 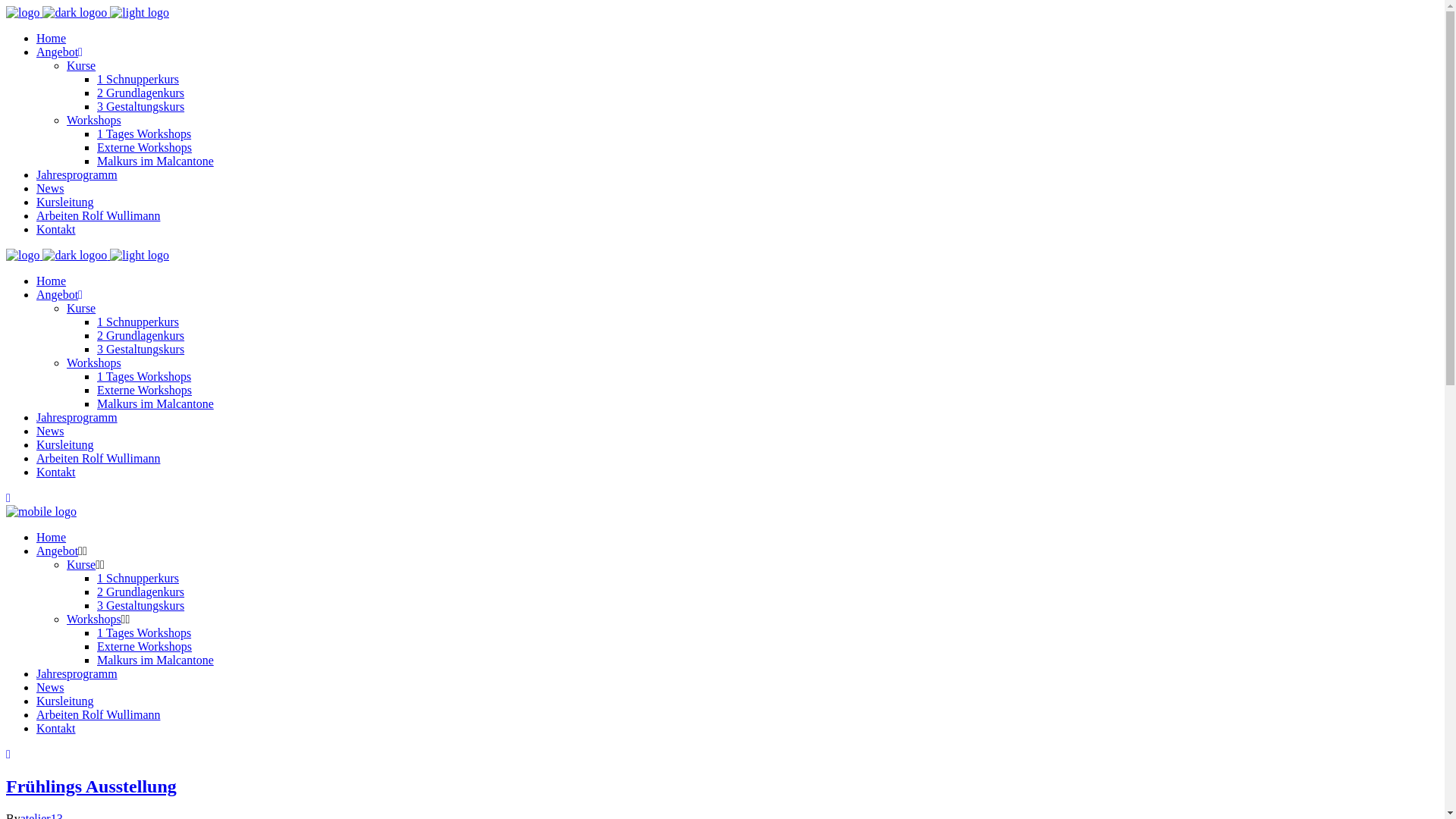 I want to click on 'Kurse', so click(x=65, y=64).